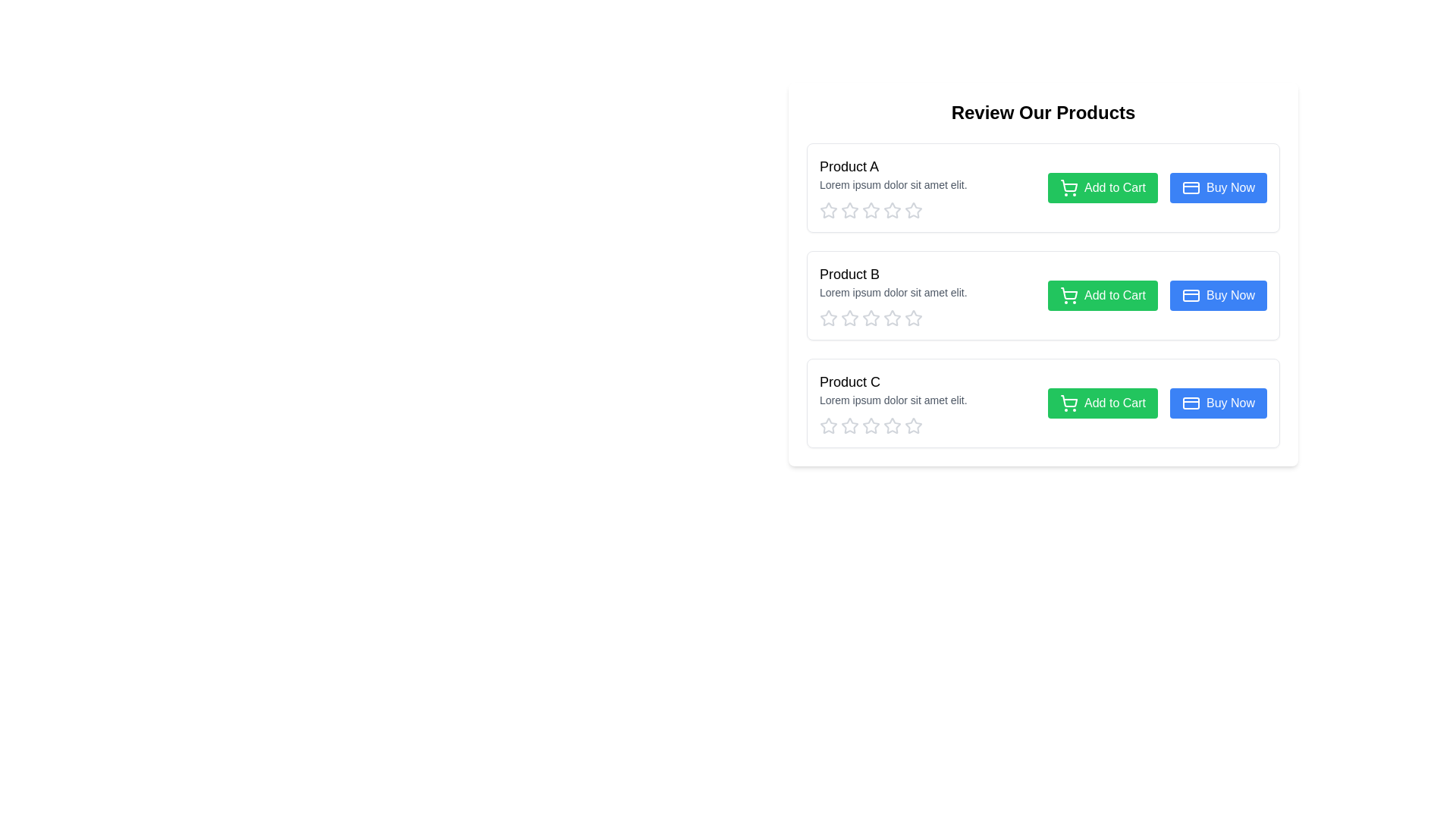 Image resolution: width=1456 pixels, height=819 pixels. What do you see at coordinates (848, 425) in the screenshot?
I see `the first rating star in the 'Review Our Products' panel for Product C` at bounding box center [848, 425].